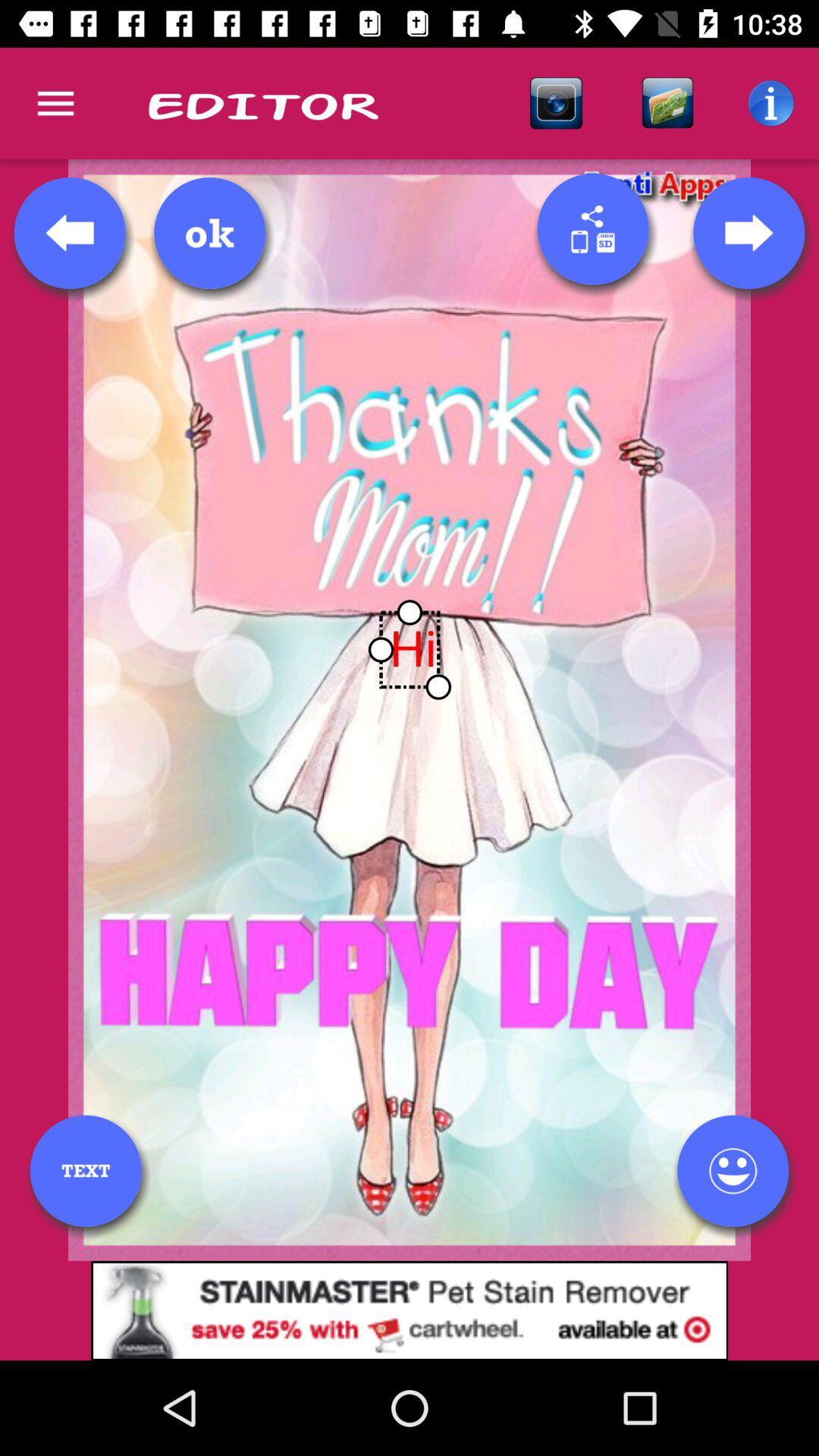  What do you see at coordinates (70, 232) in the screenshot?
I see `the arrow_backward icon` at bounding box center [70, 232].